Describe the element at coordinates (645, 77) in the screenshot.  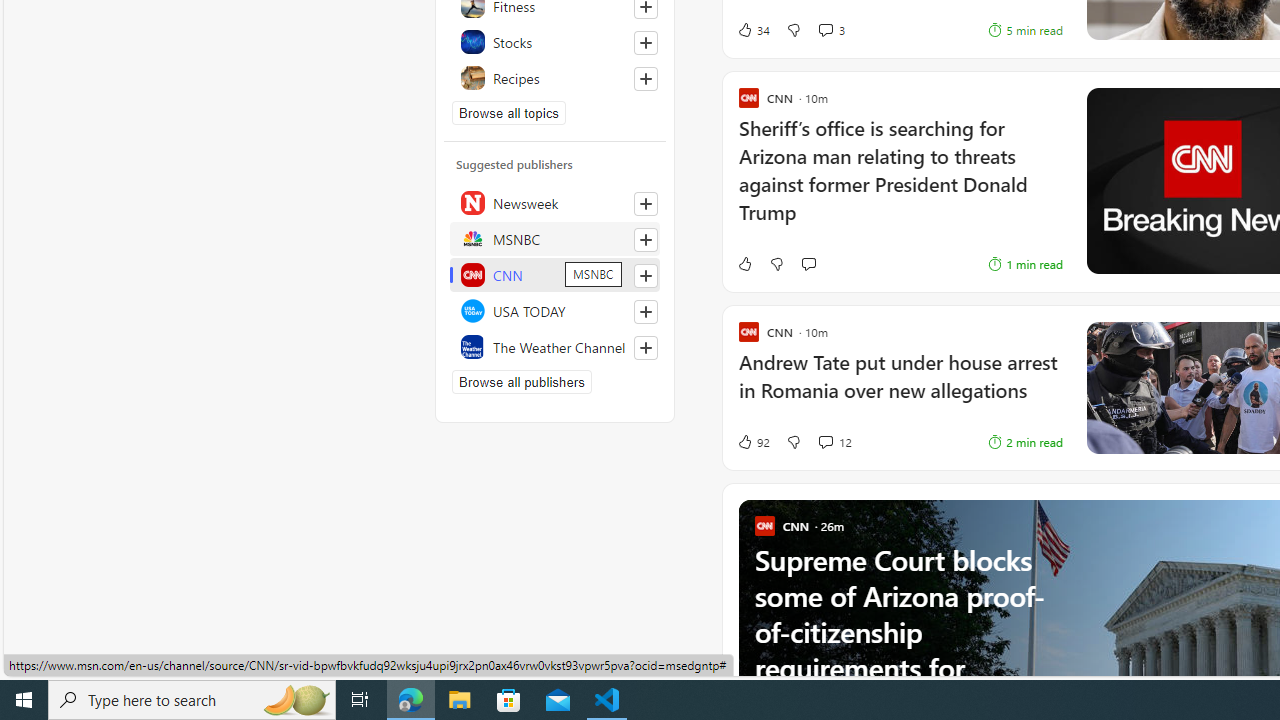
I see `'Follow this topic'` at that location.